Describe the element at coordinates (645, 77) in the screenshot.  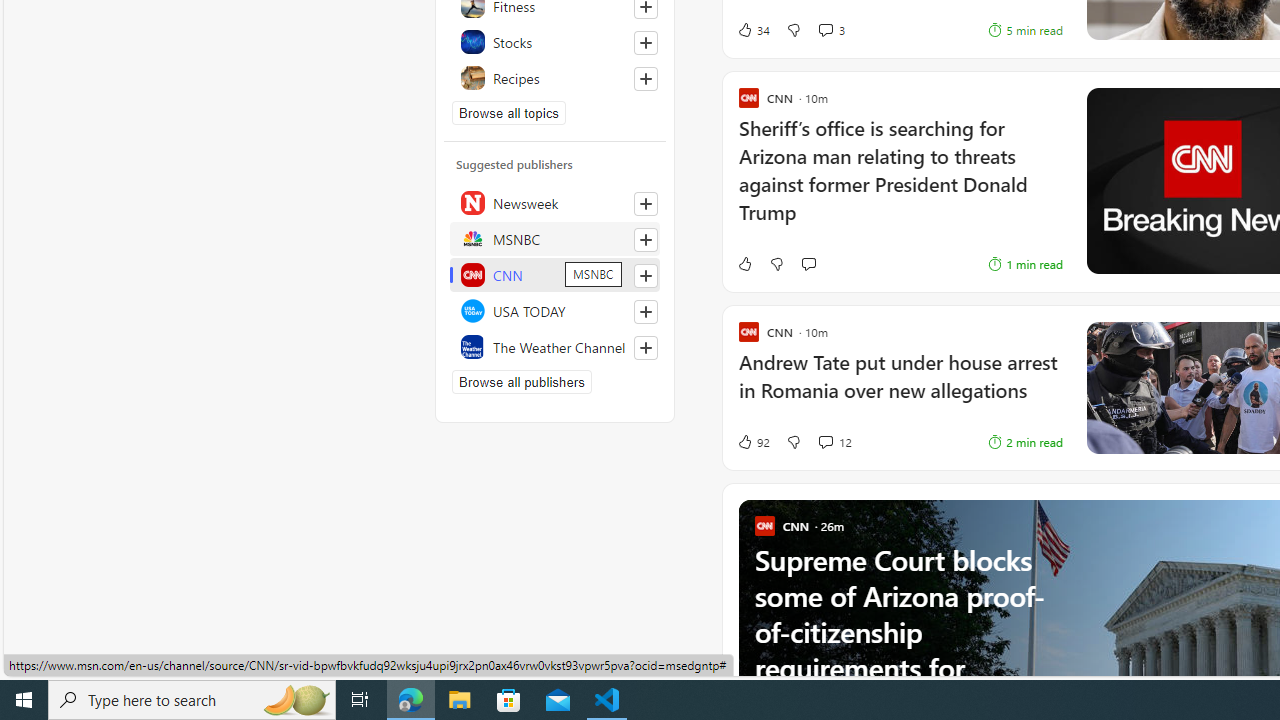
I see `'Follow this topic'` at that location.